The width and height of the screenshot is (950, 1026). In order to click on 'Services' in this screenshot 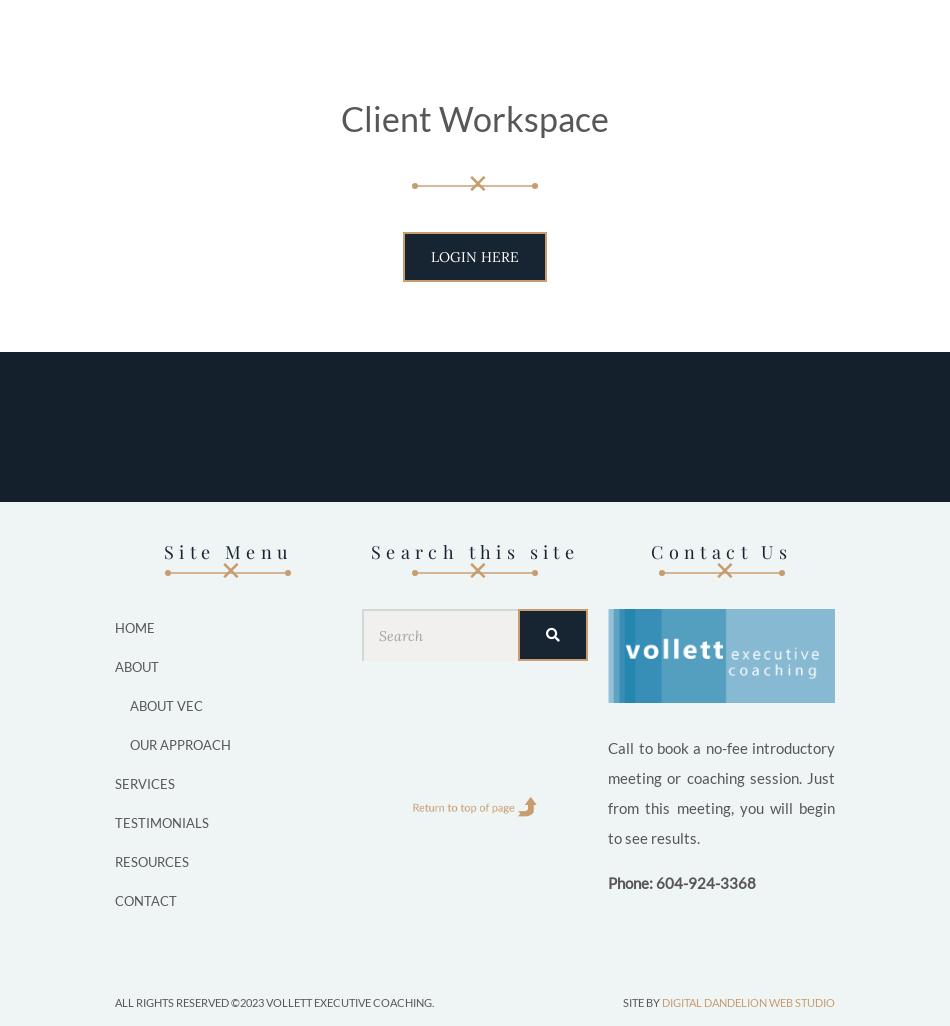, I will do `click(144, 782)`.